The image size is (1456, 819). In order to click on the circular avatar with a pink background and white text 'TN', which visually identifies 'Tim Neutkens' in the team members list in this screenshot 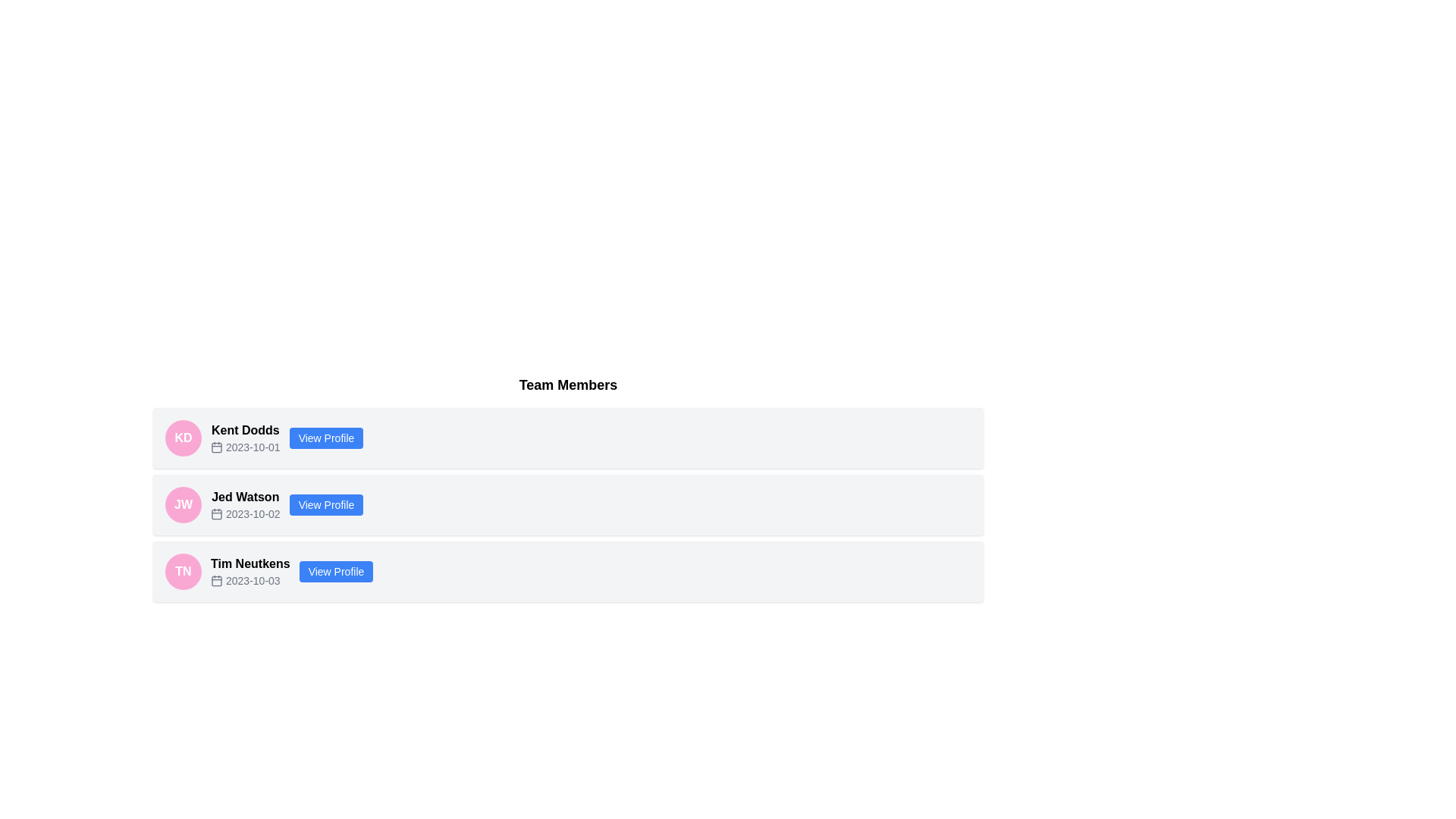, I will do `click(182, 571)`.